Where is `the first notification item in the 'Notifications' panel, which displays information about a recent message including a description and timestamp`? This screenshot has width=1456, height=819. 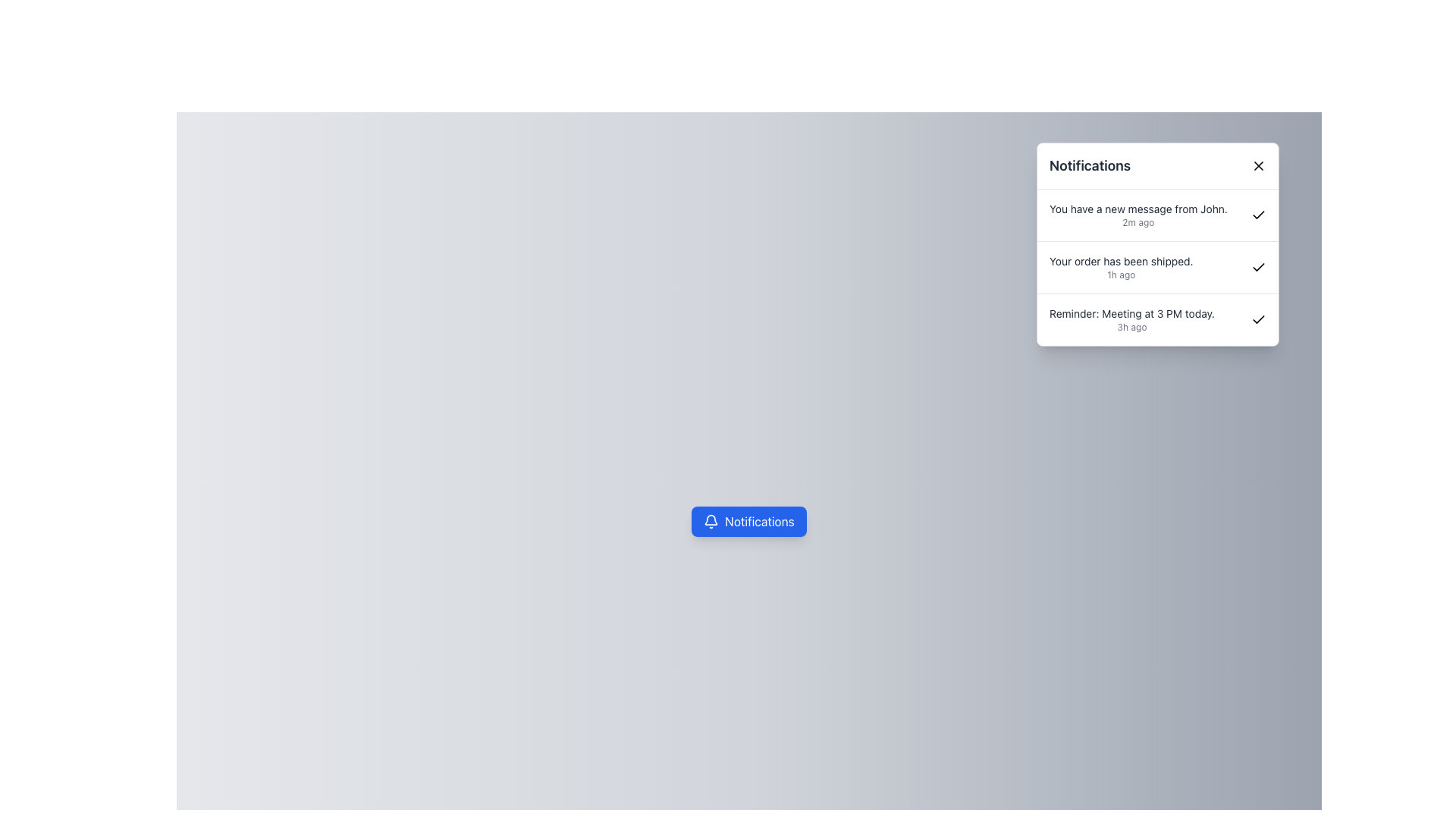
the first notification item in the 'Notifications' panel, which displays information about a recent message including a description and timestamp is located at coordinates (1138, 215).